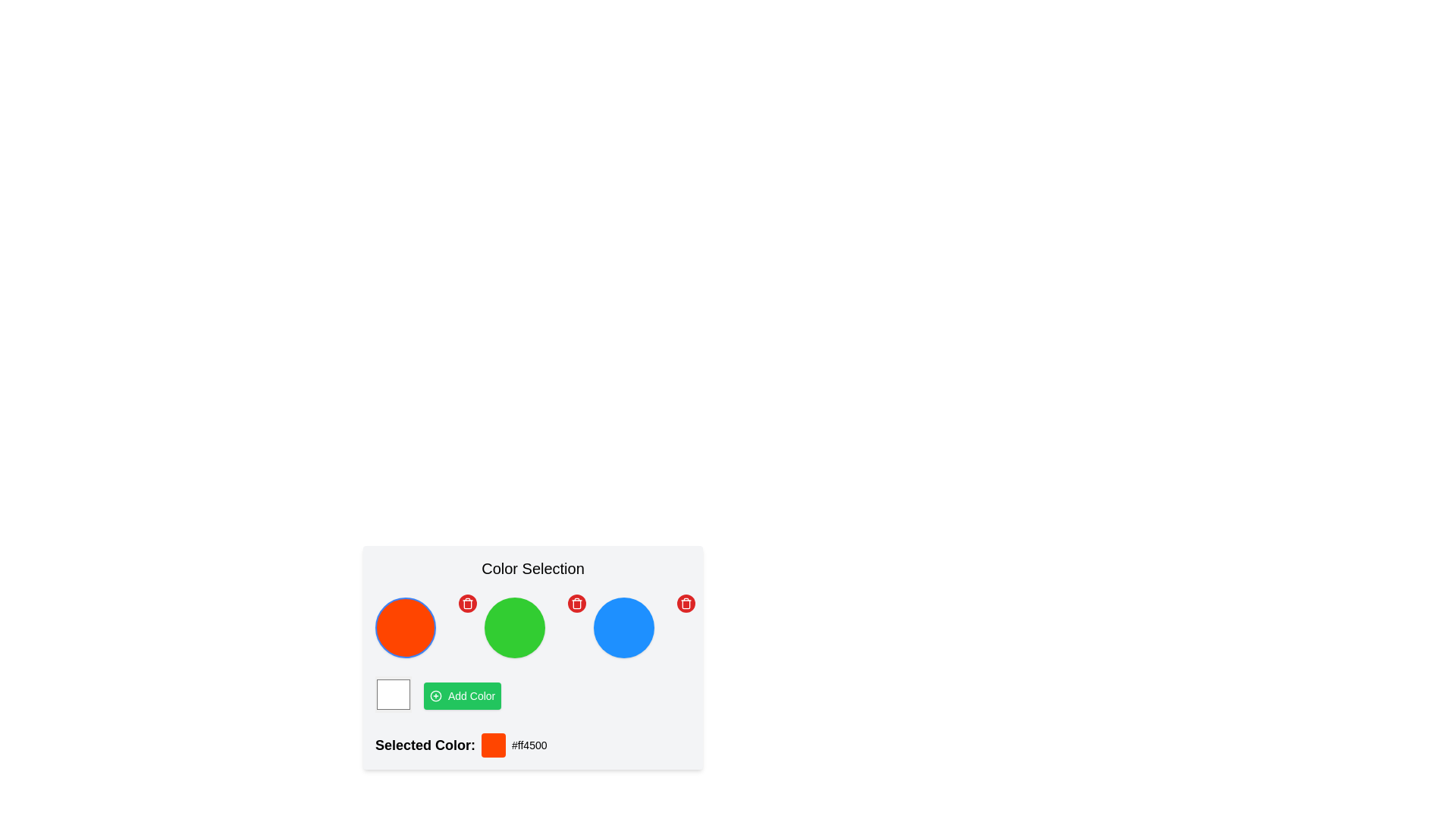  What do you see at coordinates (514, 628) in the screenshot?
I see `the circular interactive element located between an orange circular element and a blue one` at bounding box center [514, 628].